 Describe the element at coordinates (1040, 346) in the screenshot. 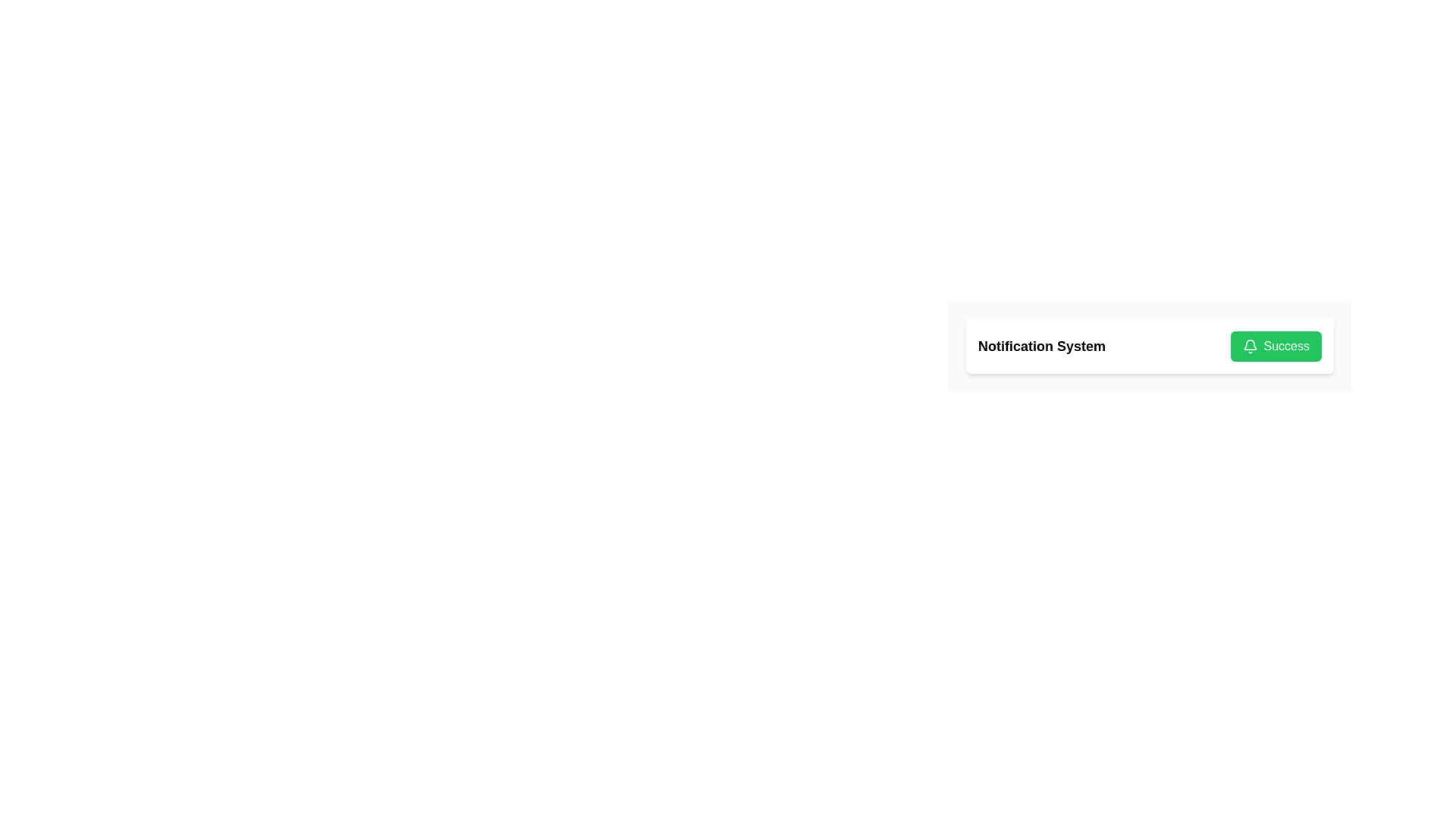

I see `the static text element that reads 'Notification System', which is displayed in a bold and large black font on a white background` at that location.